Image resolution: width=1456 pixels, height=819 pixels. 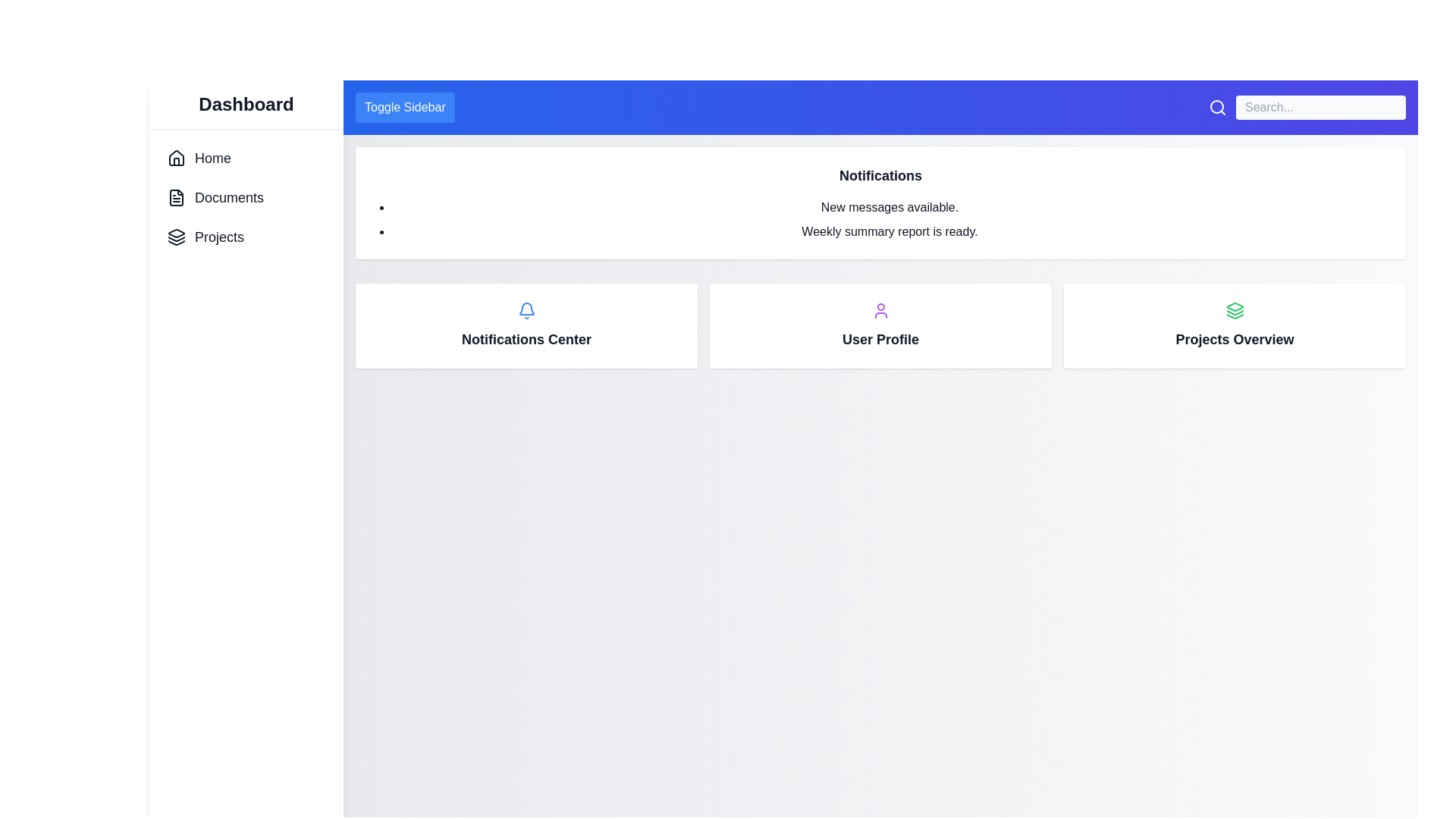 What do you see at coordinates (890, 207) in the screenshot?
I see `the static text indicating new messages, which is positioned at the top-center of the notifications list` at bounding box center [890, 207].